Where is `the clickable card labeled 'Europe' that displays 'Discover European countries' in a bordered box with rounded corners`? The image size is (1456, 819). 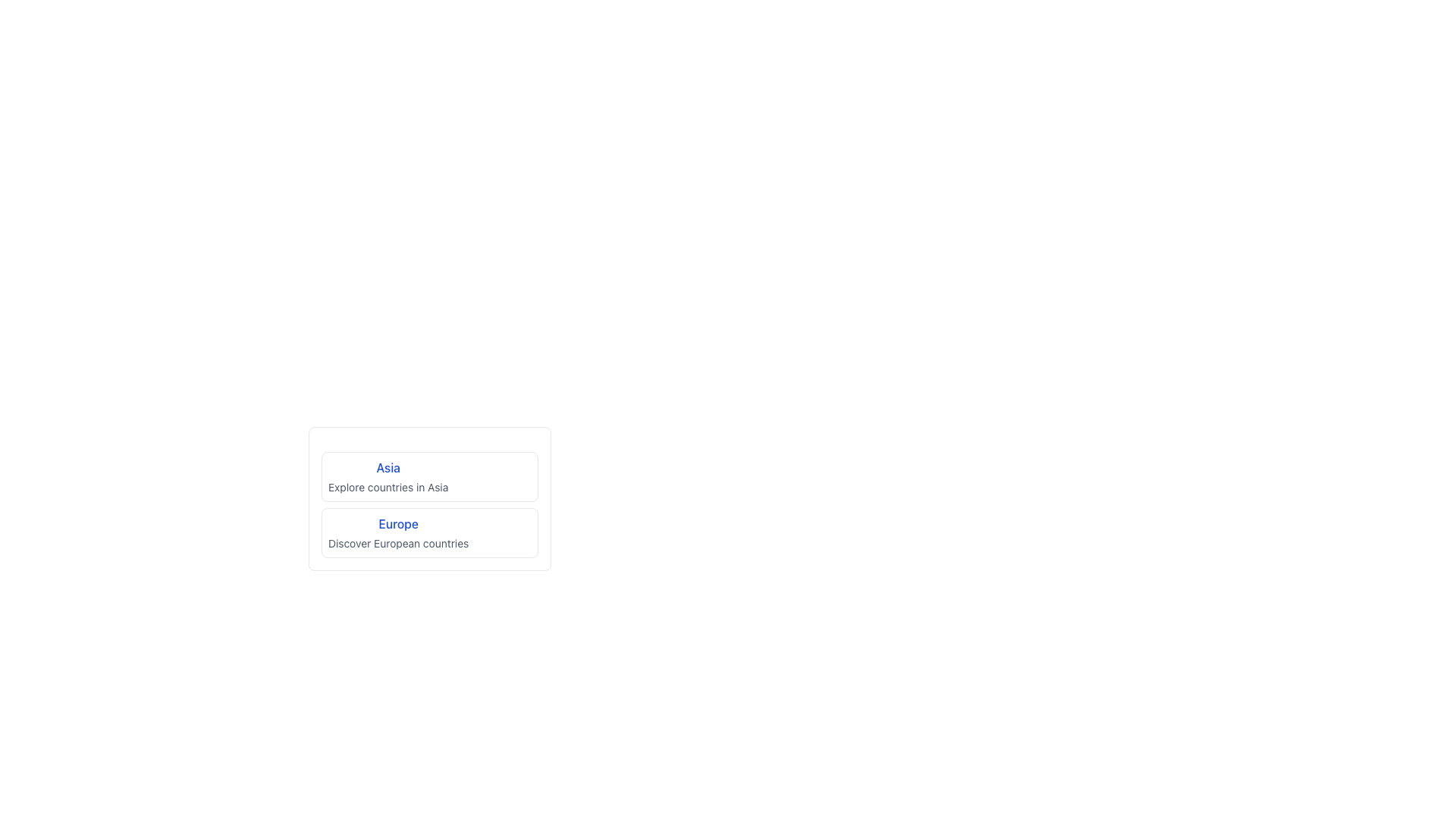 the clickable card labeled 'Europe' that displays 'Discover European countries' in a bordered box with rounded corners is located at coordinates (428, 532).